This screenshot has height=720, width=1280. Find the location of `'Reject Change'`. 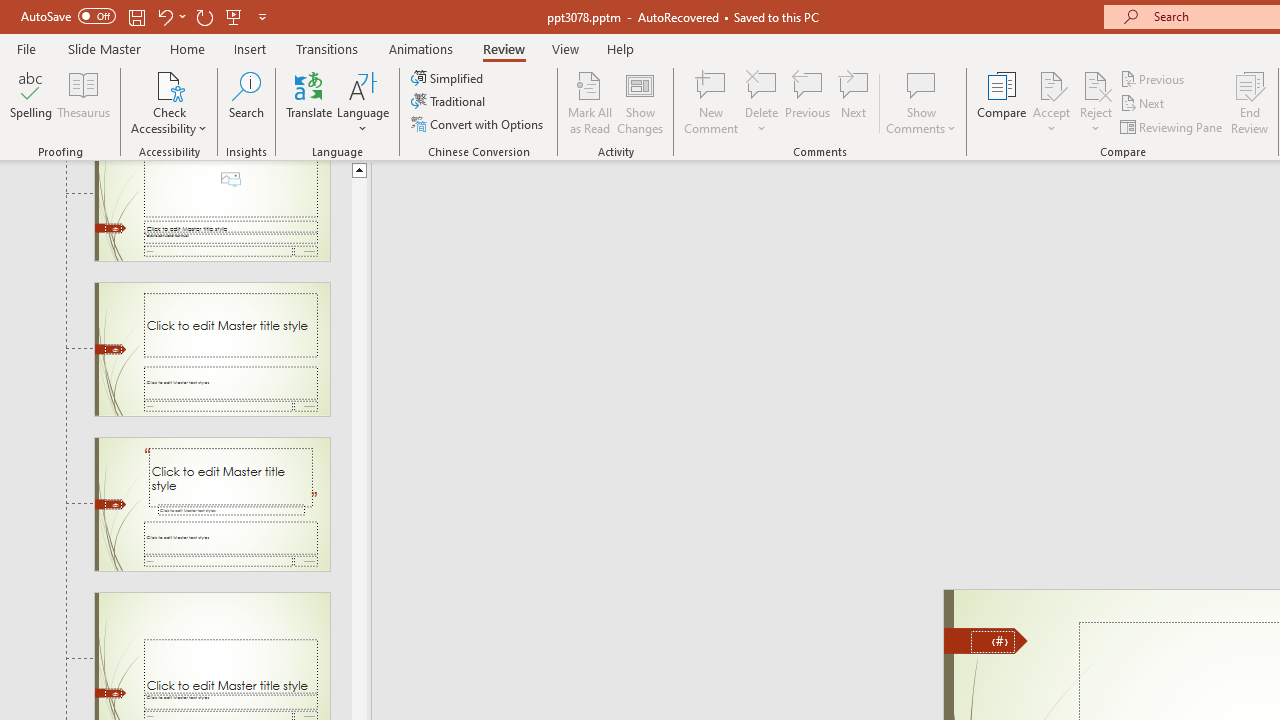

'Reject Change' is located at coordinates (1095, 84).